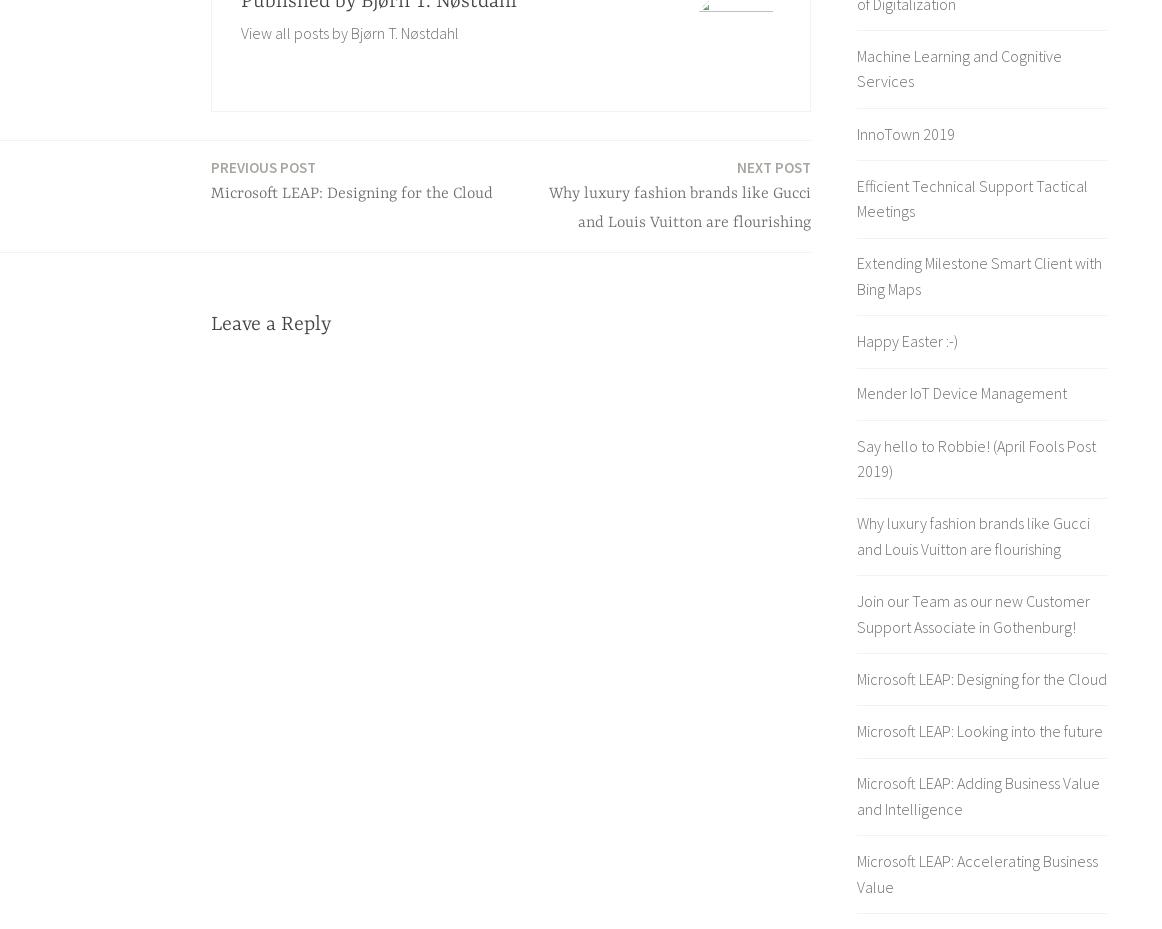 The image size is (1162, 929). Describe the element at coordinates (972, 612) in the screenshot. I see `'Join our Team as our new Customer Support Associate in Gothenburg!'` at that location.